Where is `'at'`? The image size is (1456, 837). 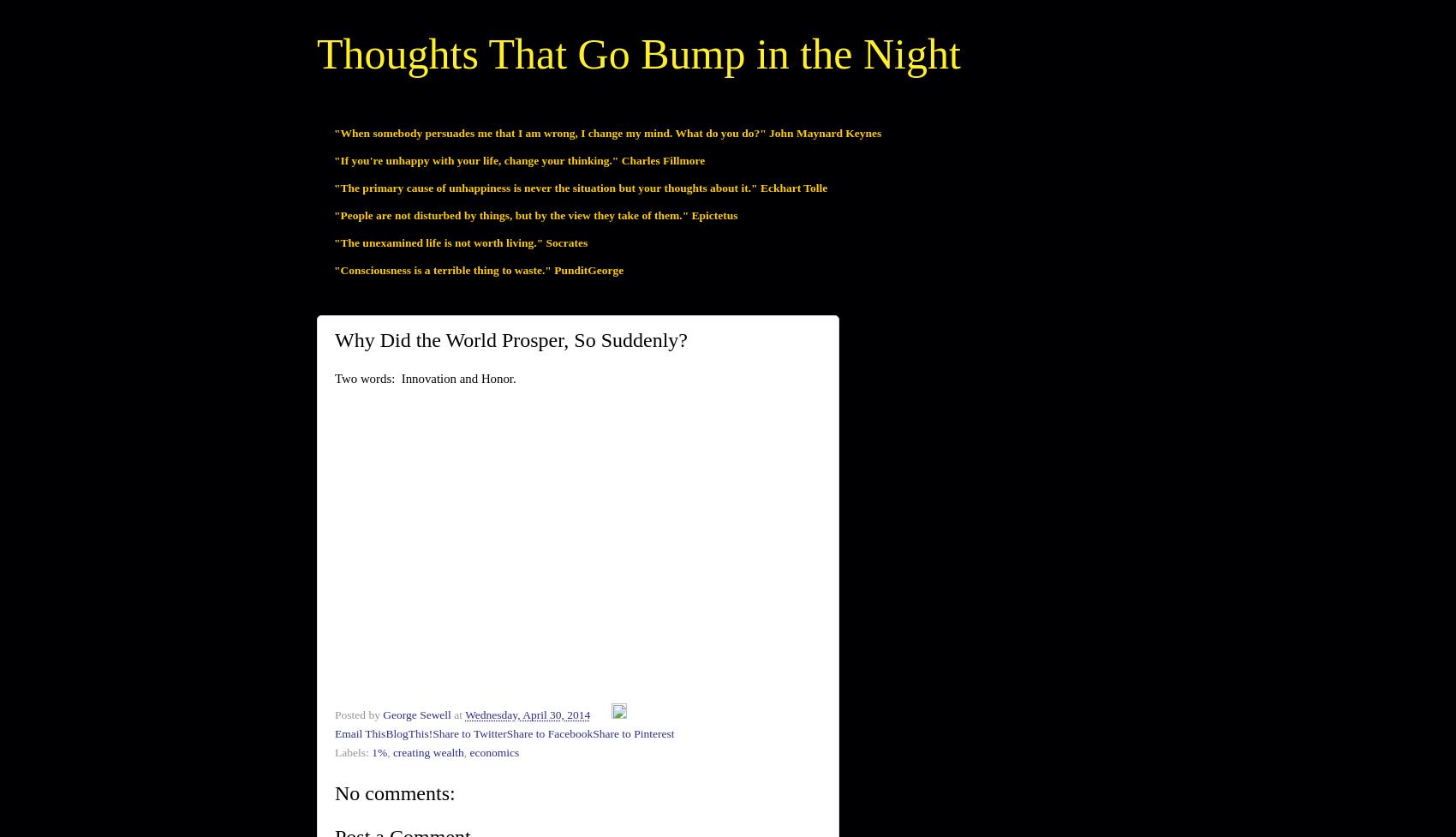 'at' is located at coordinates (458, 714).